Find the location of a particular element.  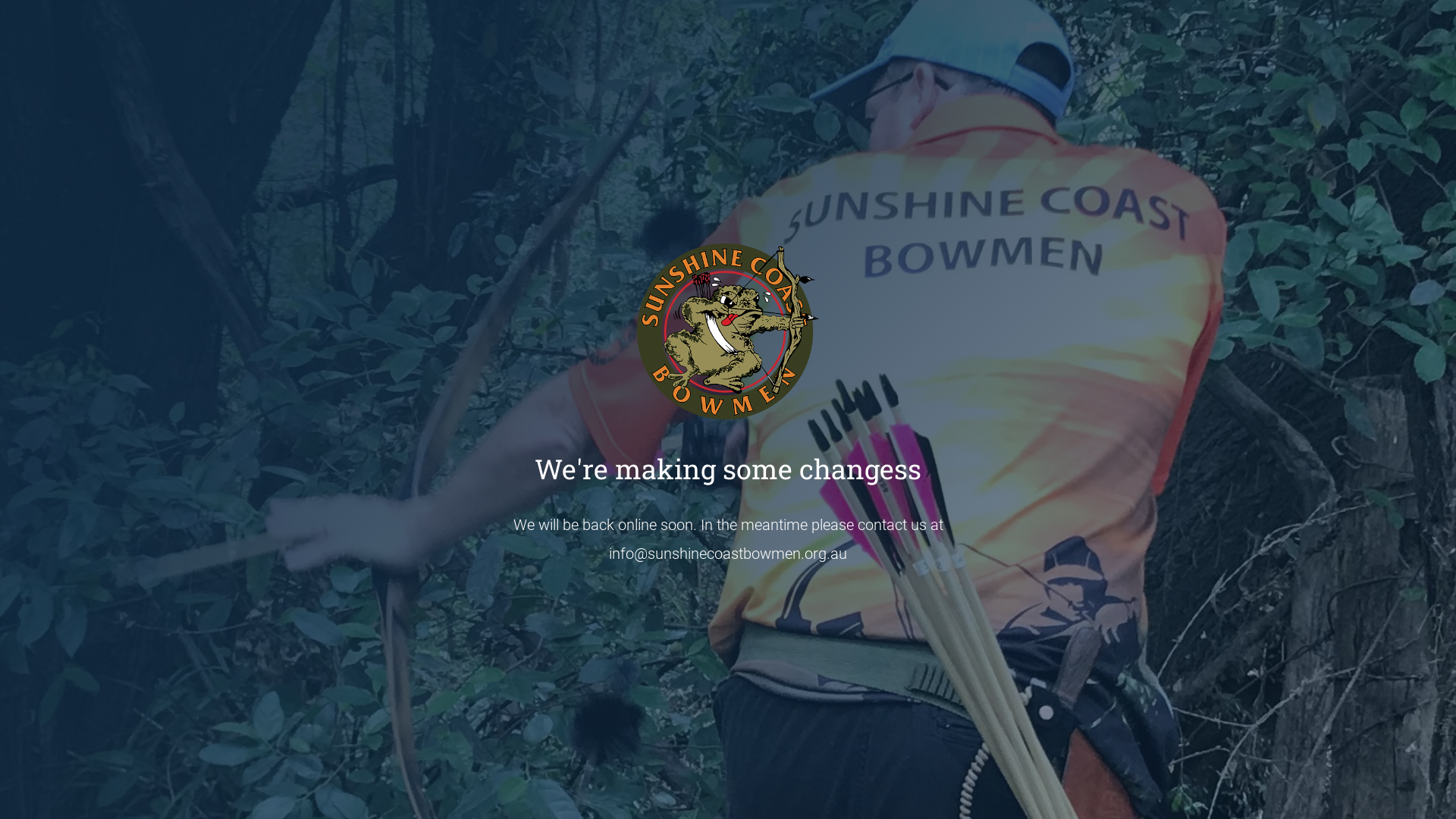

'SCB-Logo-400' is located at coordinates (637, 330).